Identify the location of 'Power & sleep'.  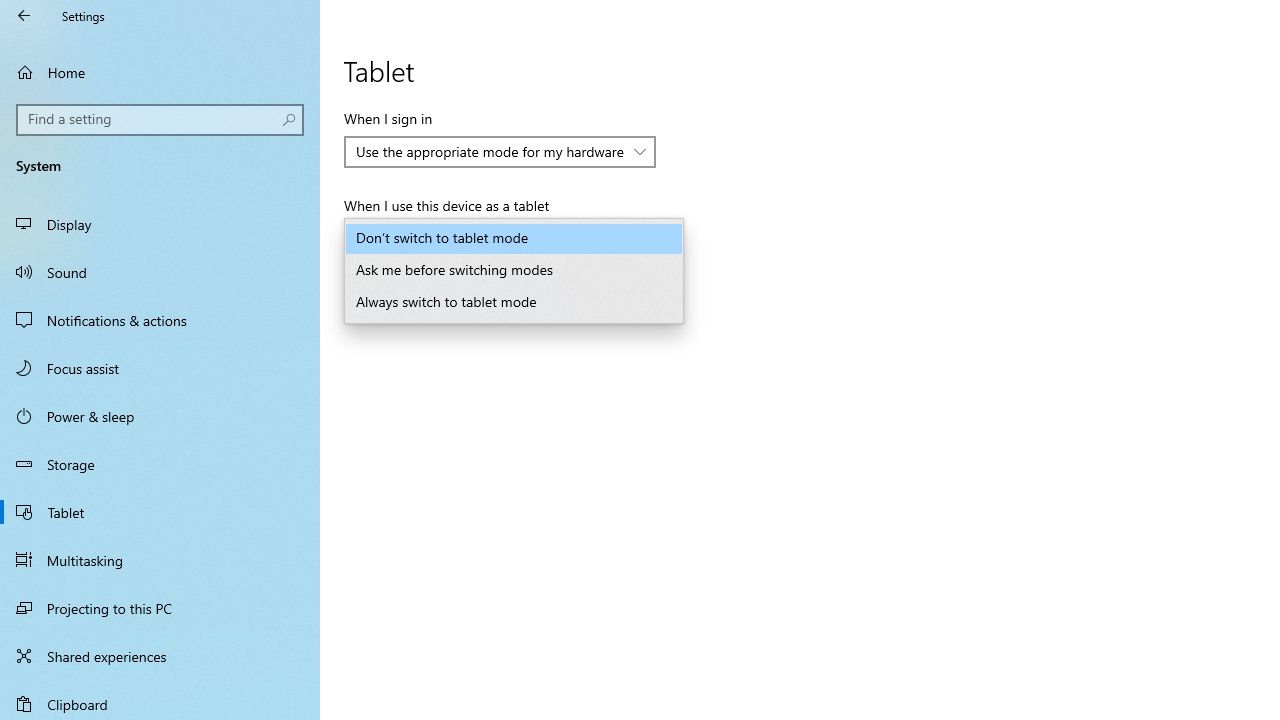
(160, 414).